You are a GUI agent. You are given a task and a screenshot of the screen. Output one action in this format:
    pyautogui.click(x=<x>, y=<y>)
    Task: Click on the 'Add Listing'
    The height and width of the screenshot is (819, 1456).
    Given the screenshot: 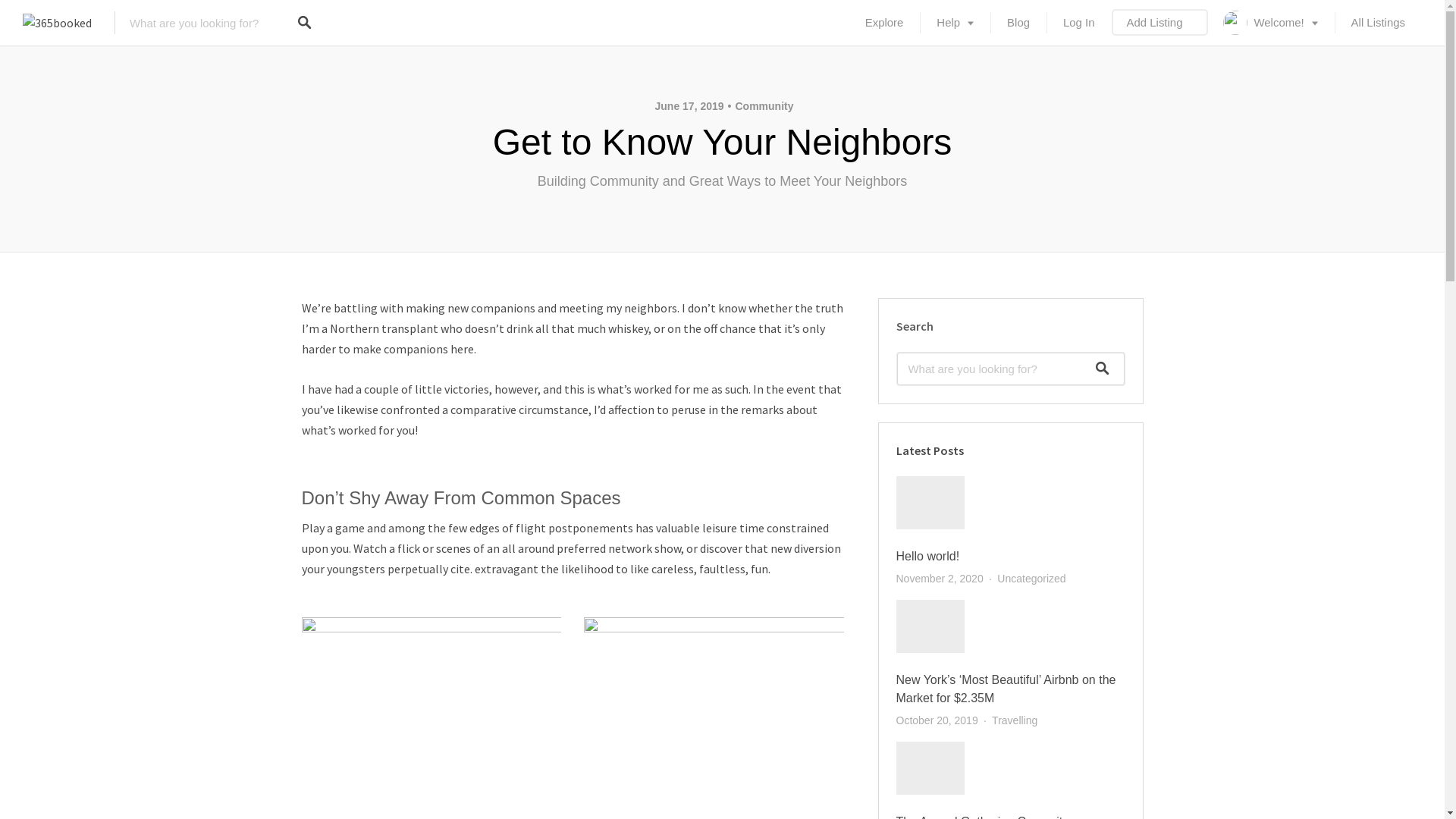 What is the action you would take?
    pyautogui.click(x=1159, y=22)
    